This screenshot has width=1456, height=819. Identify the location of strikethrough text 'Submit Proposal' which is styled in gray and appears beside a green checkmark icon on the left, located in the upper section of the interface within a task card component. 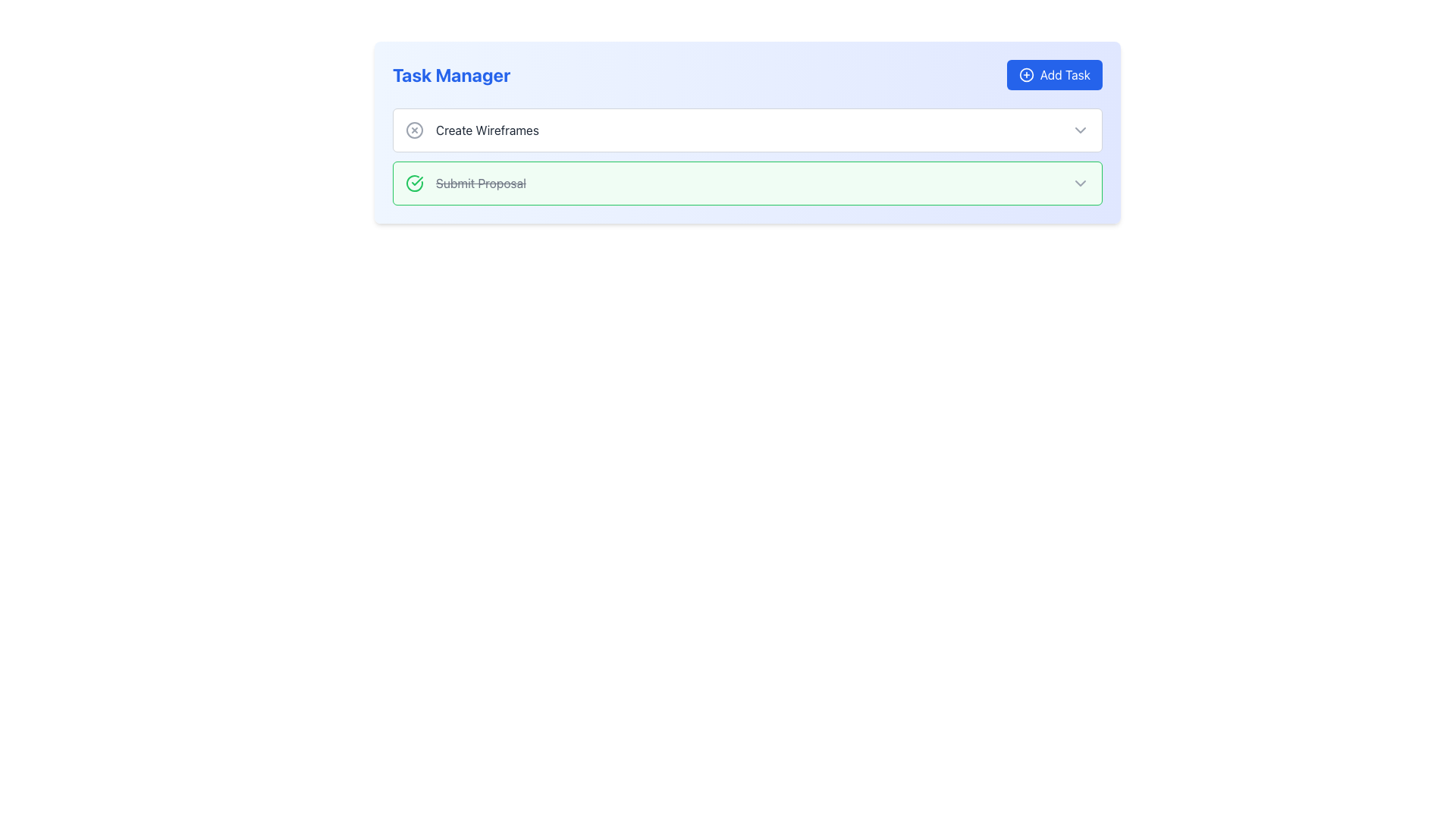
(465, 183).